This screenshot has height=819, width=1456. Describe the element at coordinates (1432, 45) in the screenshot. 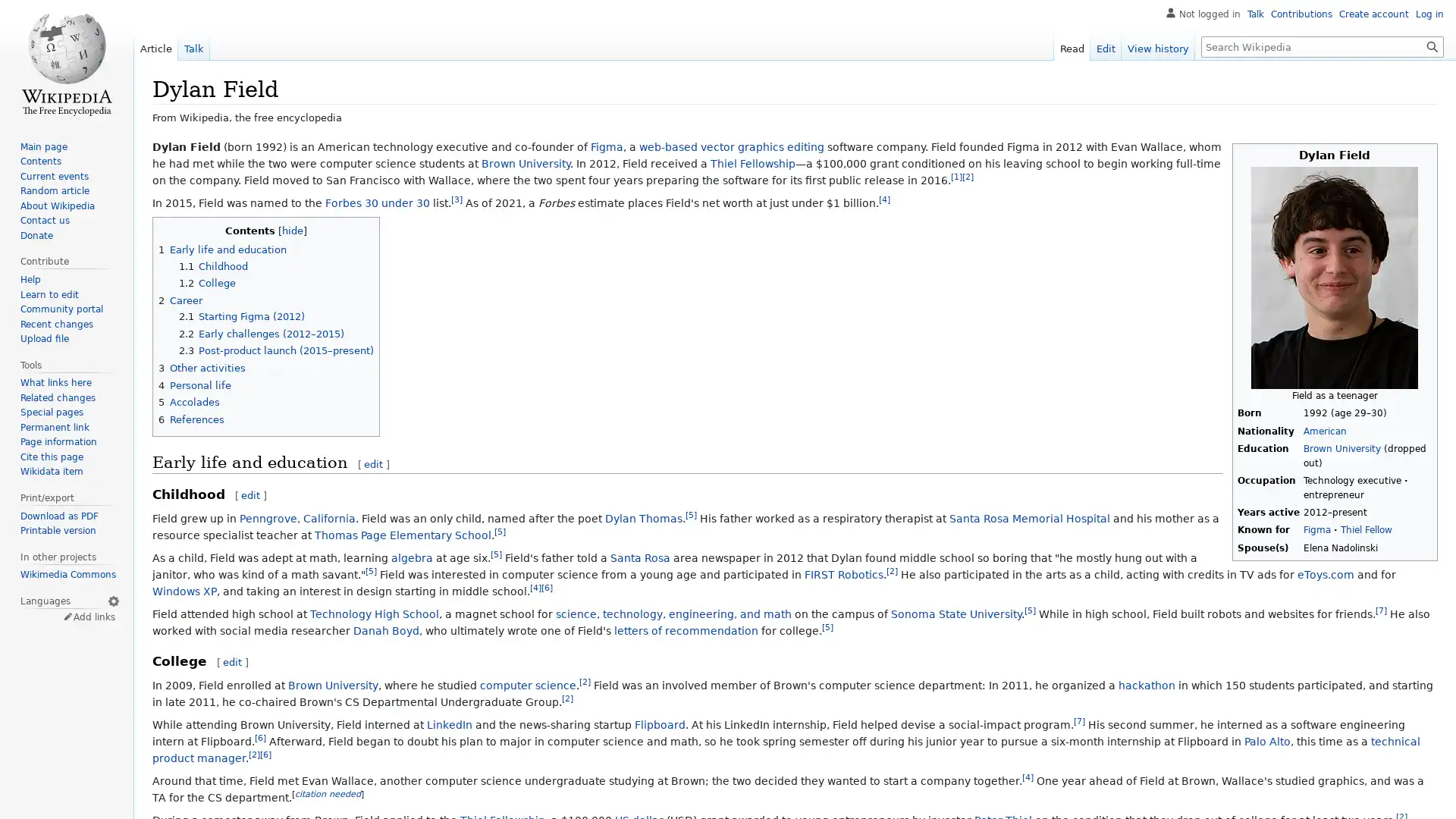

I see `Go` at that location.